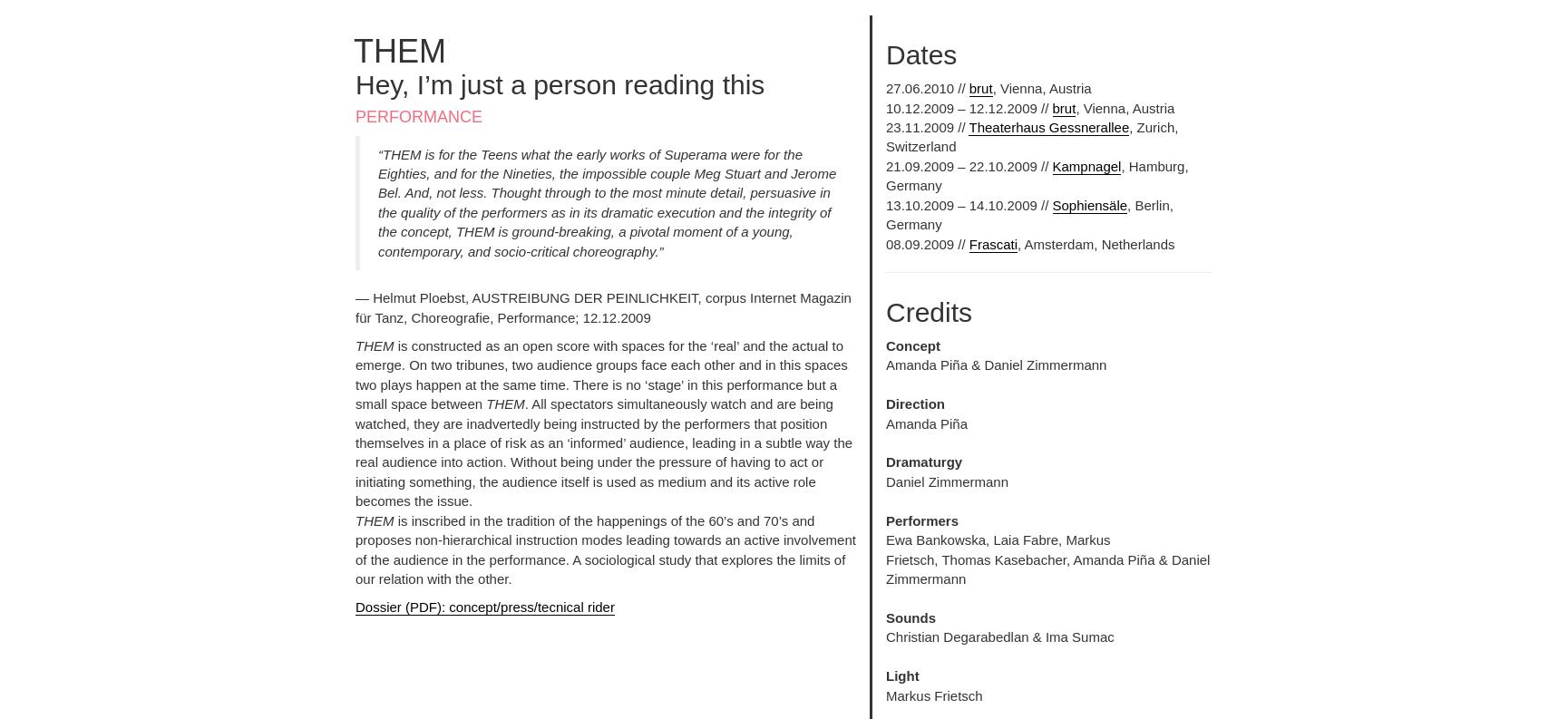 This screenshot has height=719, width=1568. Describe the element at coordinates (1095, 242) in the screenshot. I see `', Amsterdam, Netherlands'` at that location.